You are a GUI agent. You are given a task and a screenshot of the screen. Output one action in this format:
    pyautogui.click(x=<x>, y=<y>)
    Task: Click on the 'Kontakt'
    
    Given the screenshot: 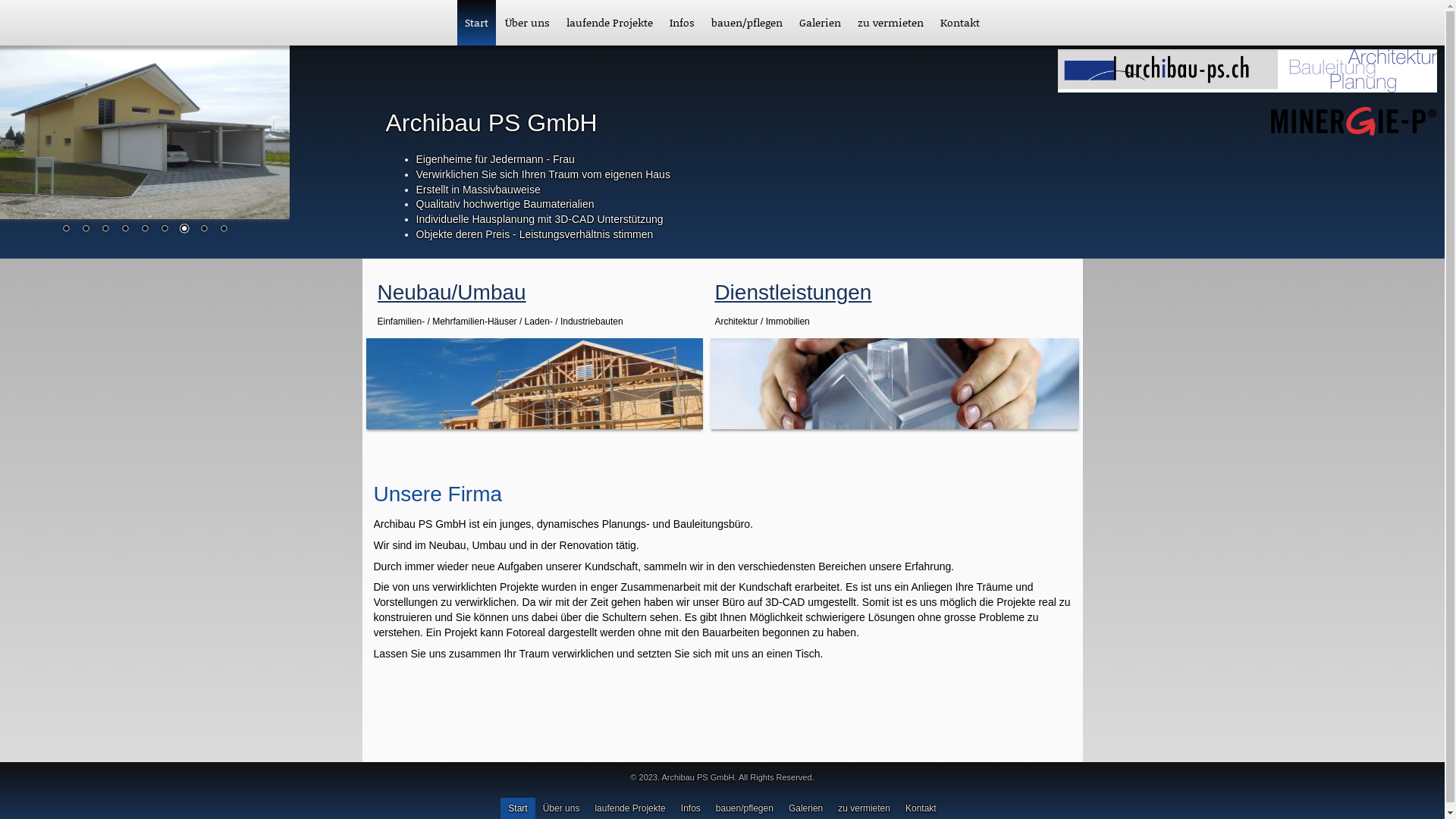 What is the action you would take?
    pyautogui.click(x=959, y=23)
    